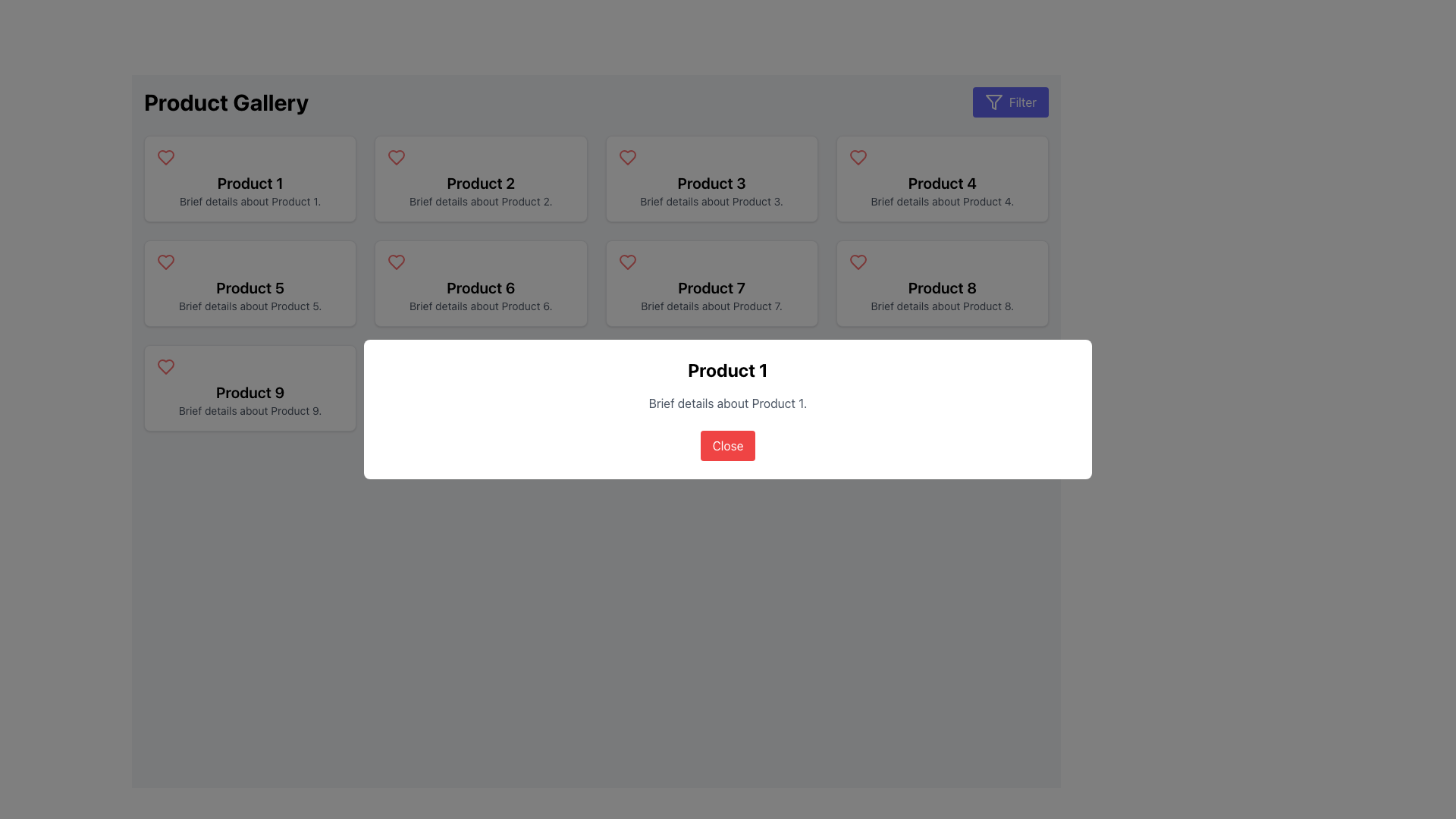 This screenshot has width=1456, height=819. Describe the element at coordinates (627, 262) in the screenshot. I see `the like or save icon located at the top-left corner of the card titled 'Product 7' in the third row, second column of the grid layout` at that location.